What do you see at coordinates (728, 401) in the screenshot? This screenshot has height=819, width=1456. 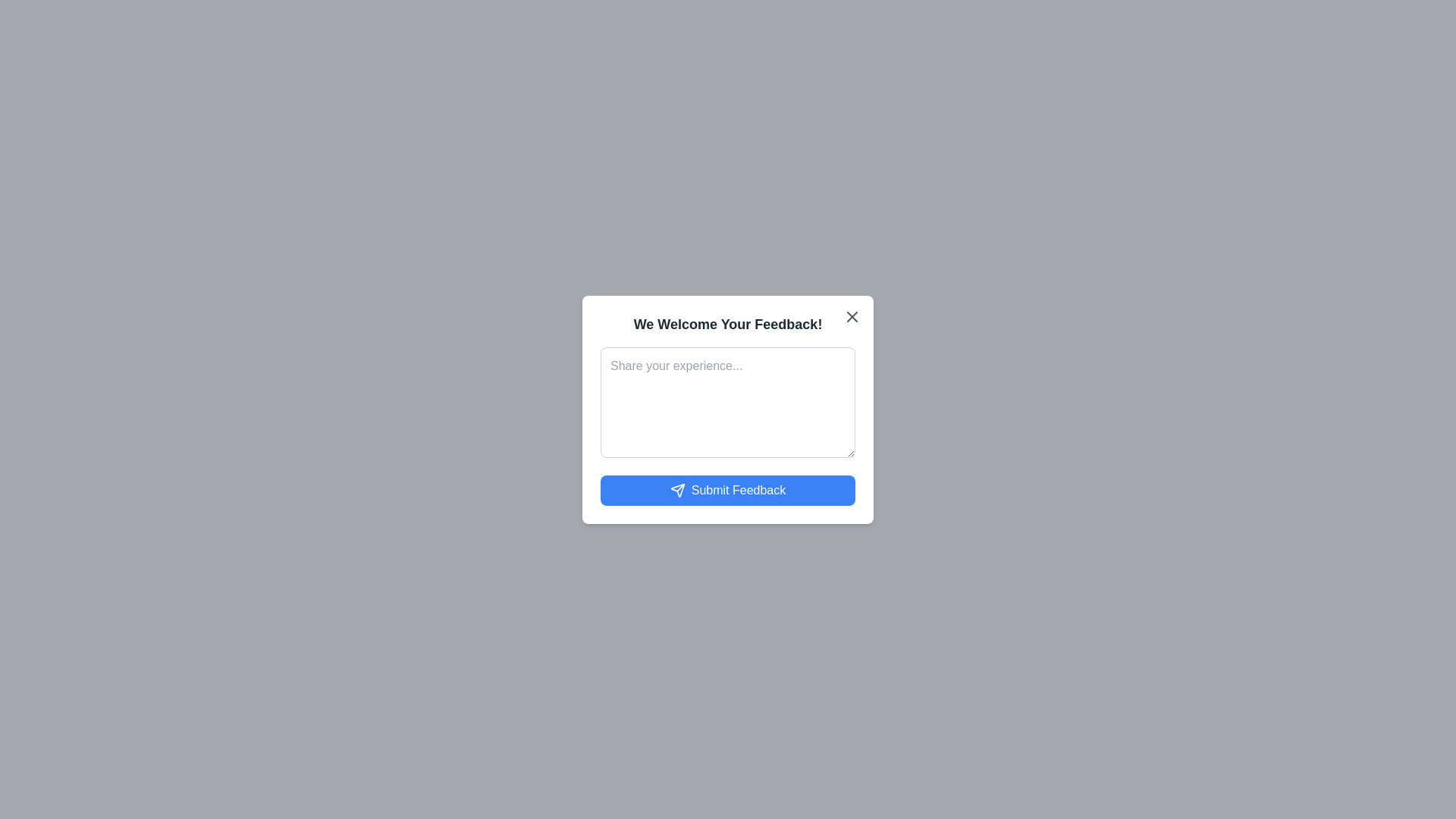 I see `the text area and type the feedback text 'This is my feedback.'` at bounding box center [728, 401].